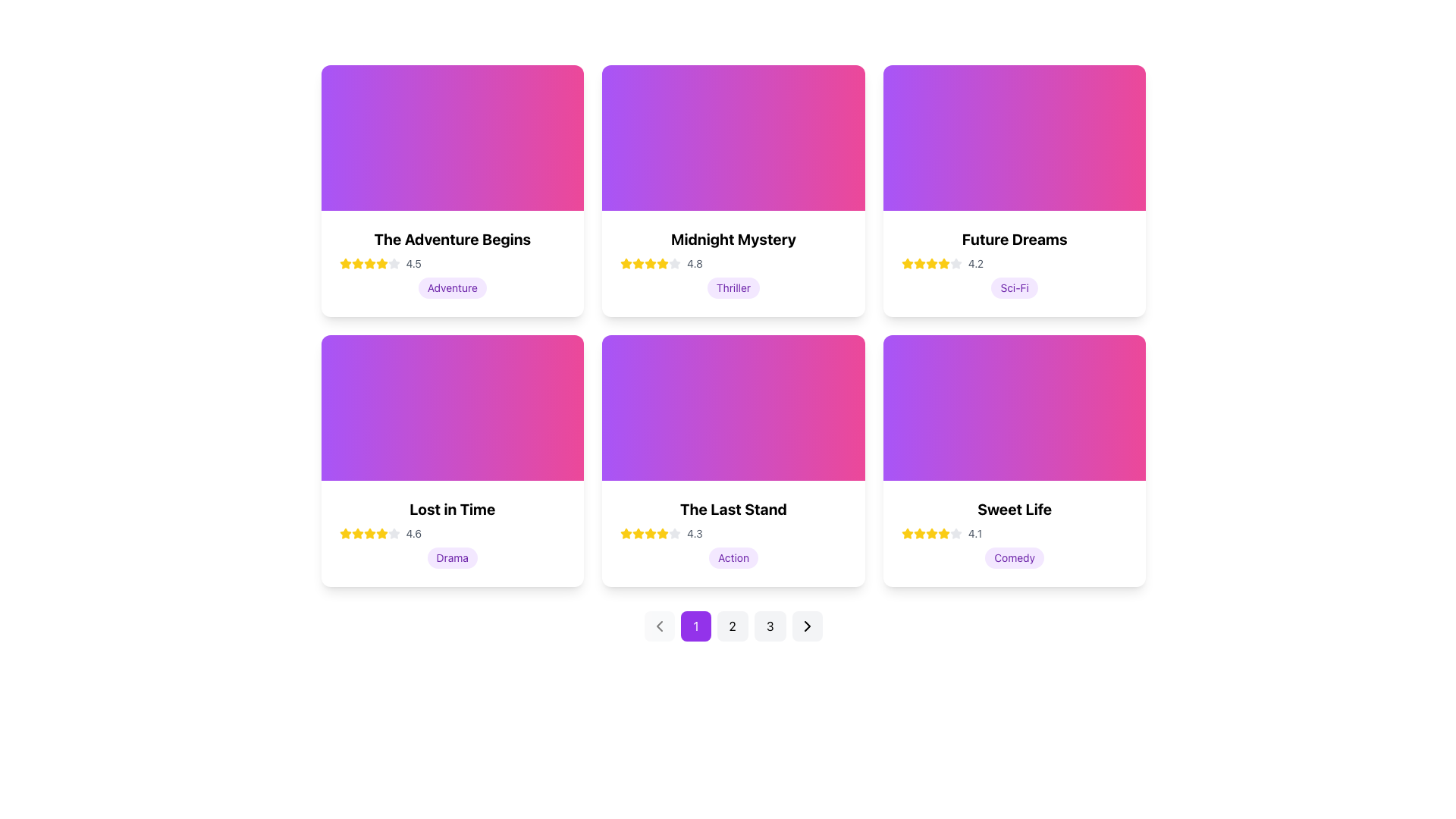 The height and width of the screenshot is (819, 1456). Describe the element at coordinates (451, 137) in the screenshot. I see `the Decorative background element which features a gradient from purple to pink and is located in the upper section of the card labeled 'The Adventure Begins'` at that location.